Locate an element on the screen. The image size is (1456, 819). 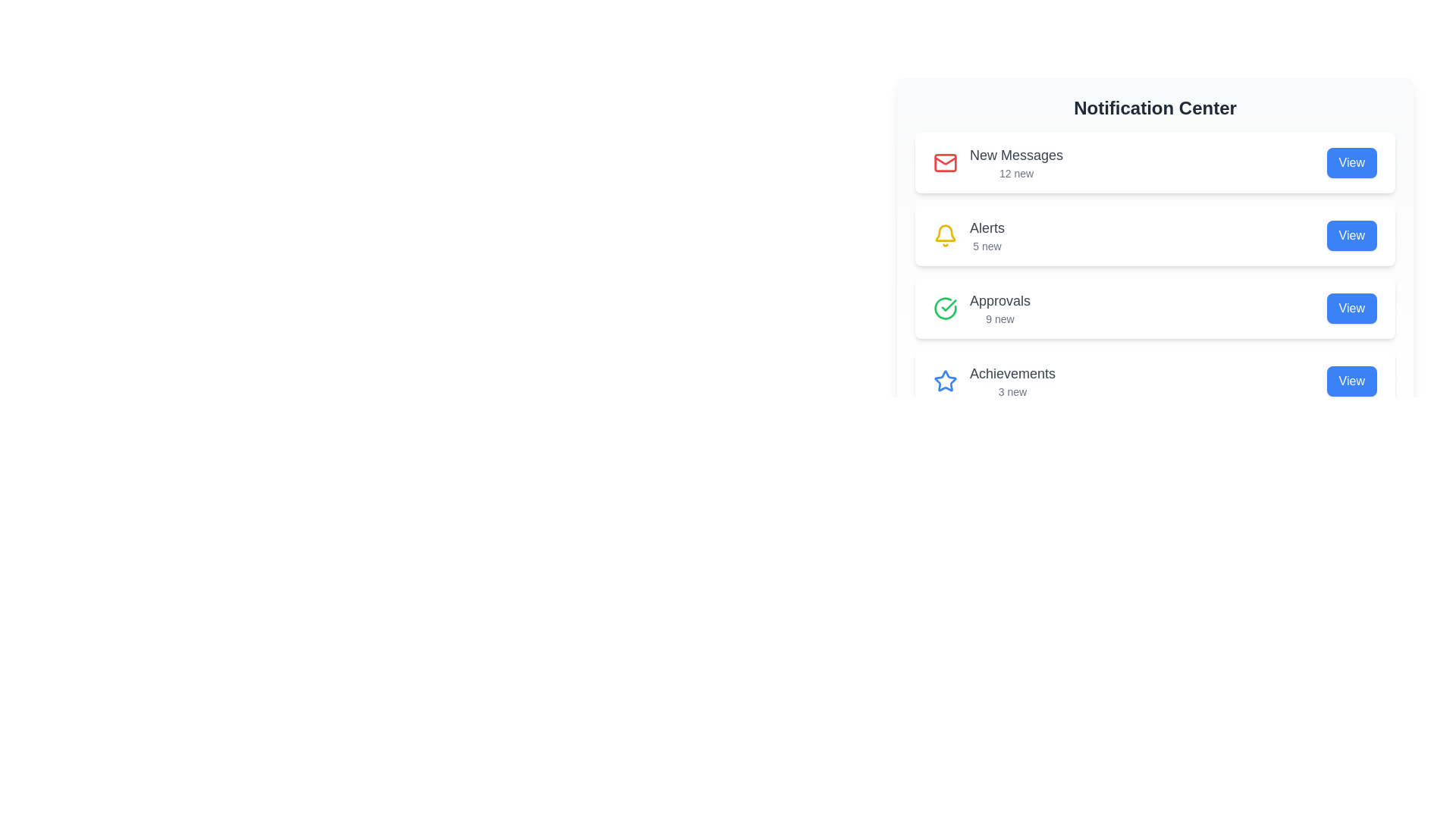
the text label displaying the count of new items or notifications for the 'Approvals' category in the Notification Center, located below the 'Approvals' header is located at coordinates (1000, 318).